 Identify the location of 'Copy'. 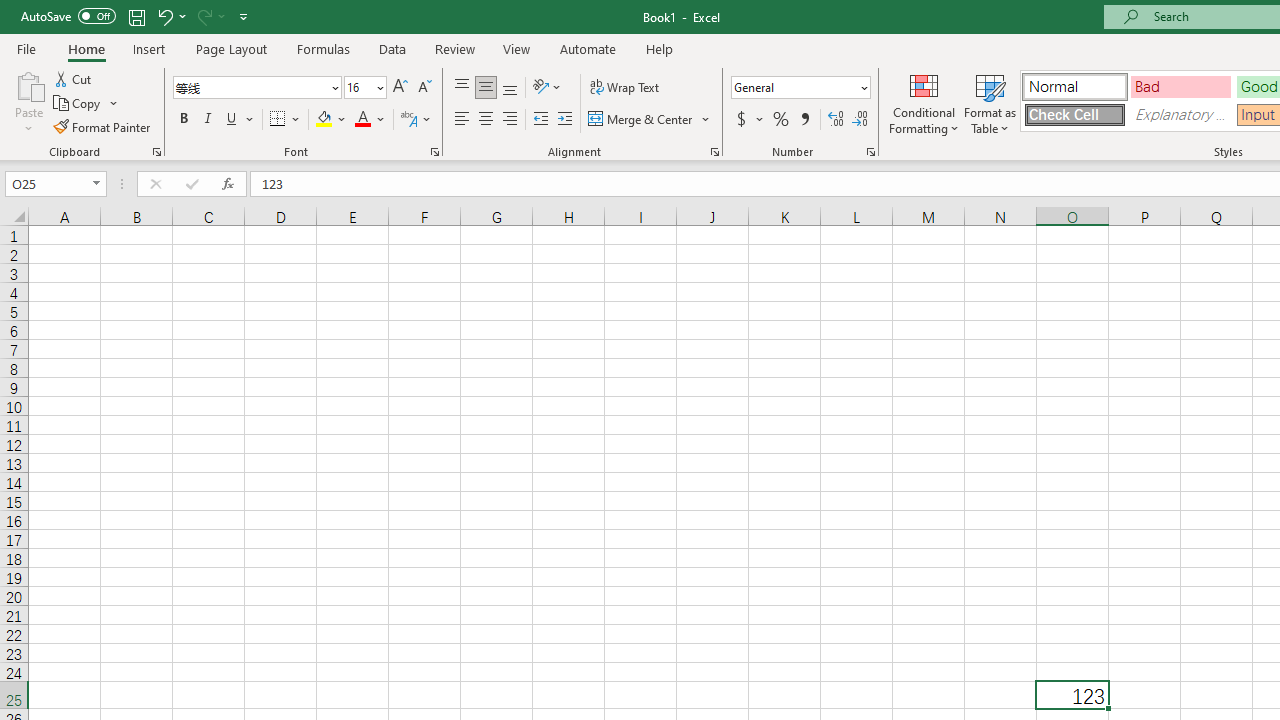
(78, 103).